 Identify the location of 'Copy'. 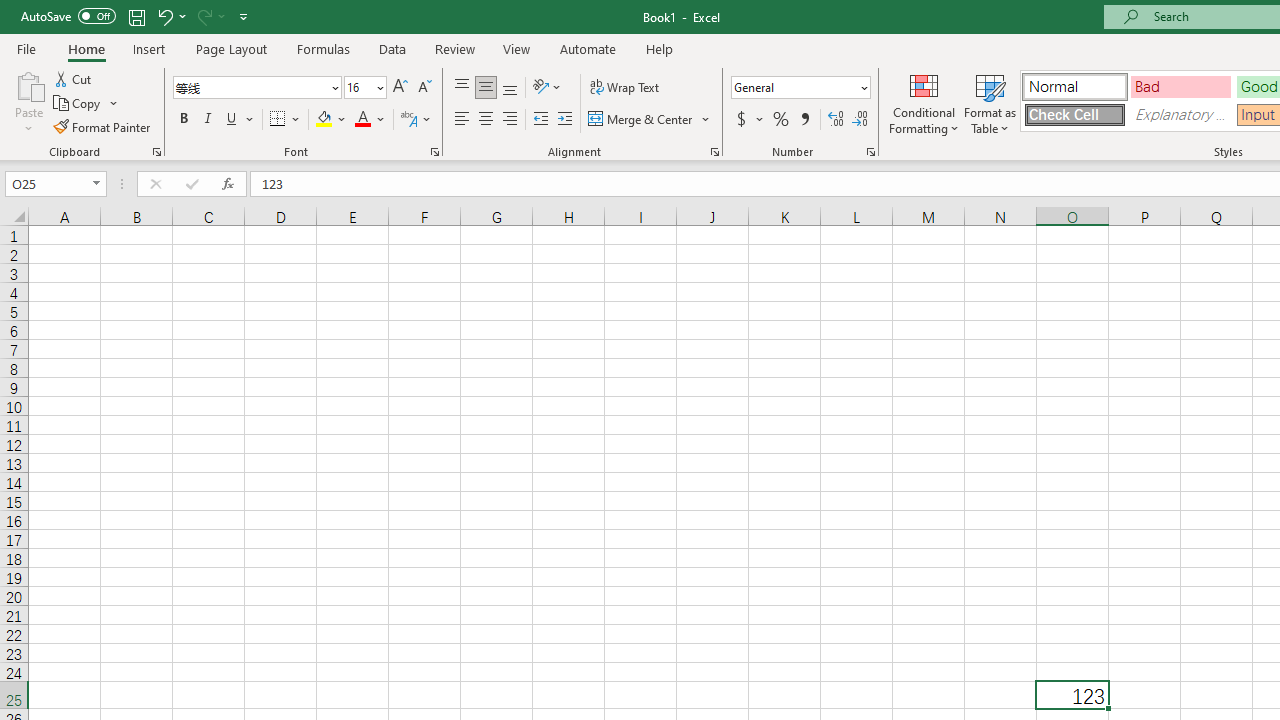
(78, 103).